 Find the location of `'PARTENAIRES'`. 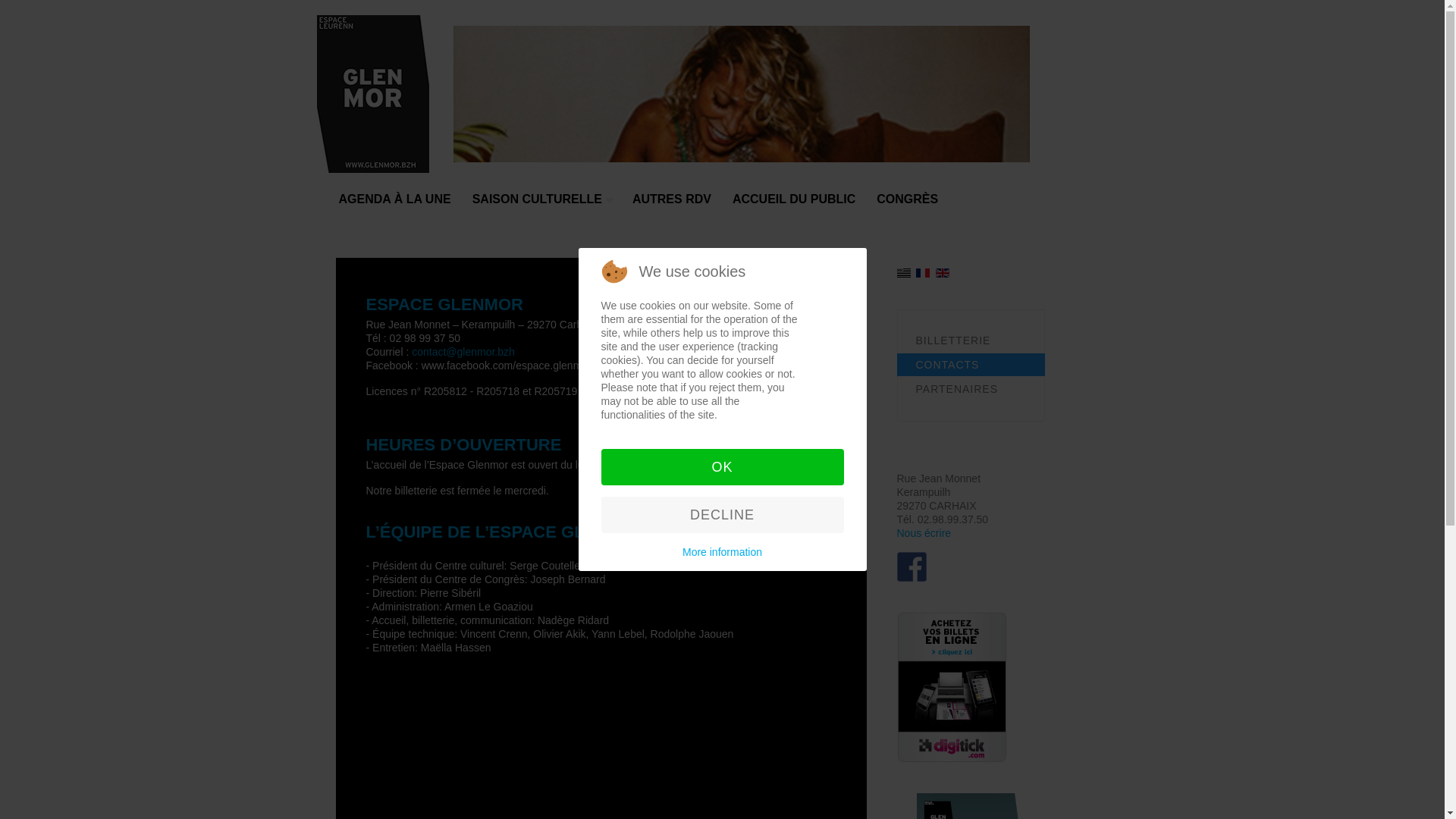

'PARTENAIRES' is located at coordinates (969, 388).